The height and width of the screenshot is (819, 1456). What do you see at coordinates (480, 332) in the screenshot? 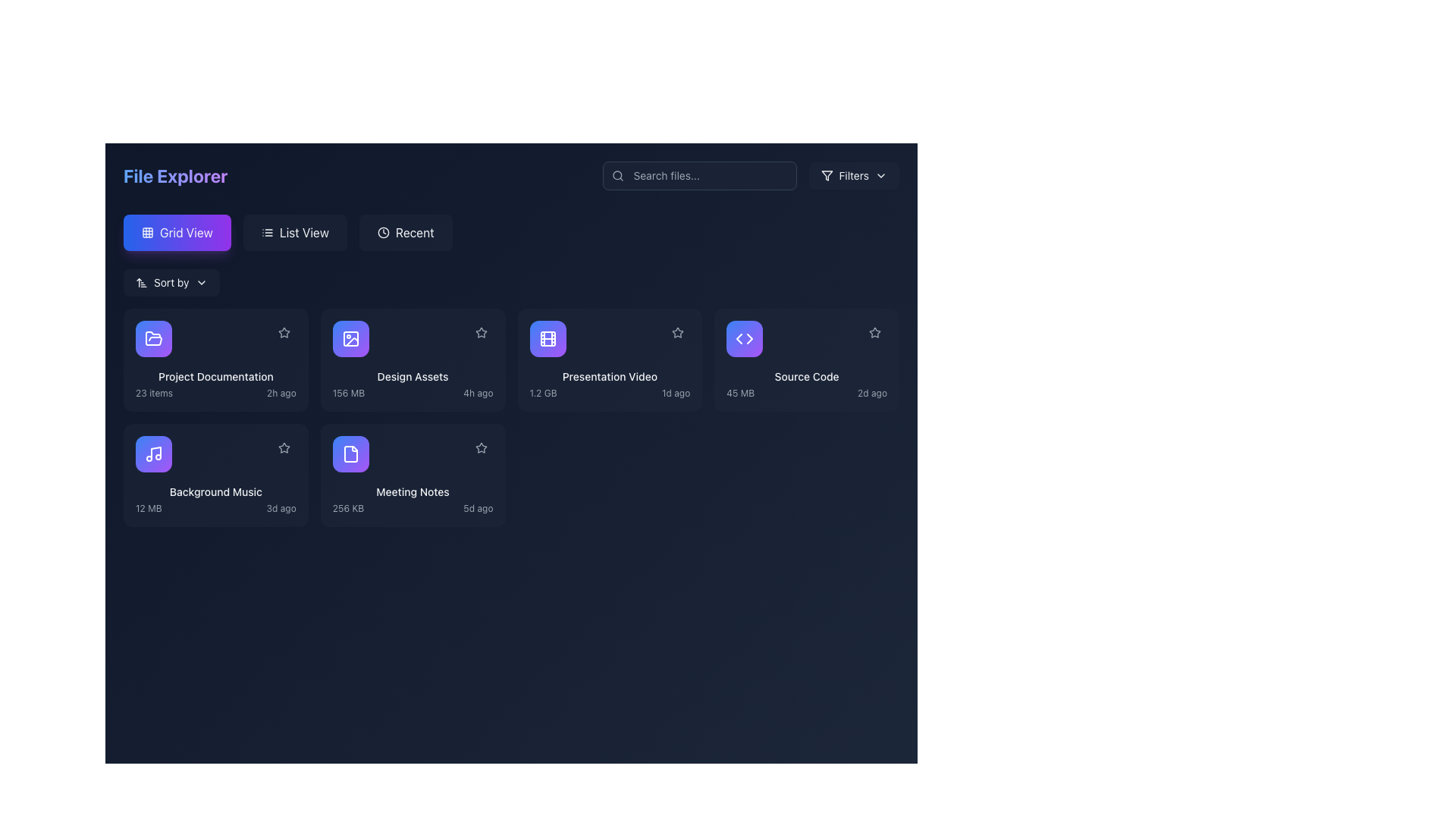
I see `the star-shaped icon located in the upper-right corner of the 'Design Assets' card` at bounding box center [480, 332].